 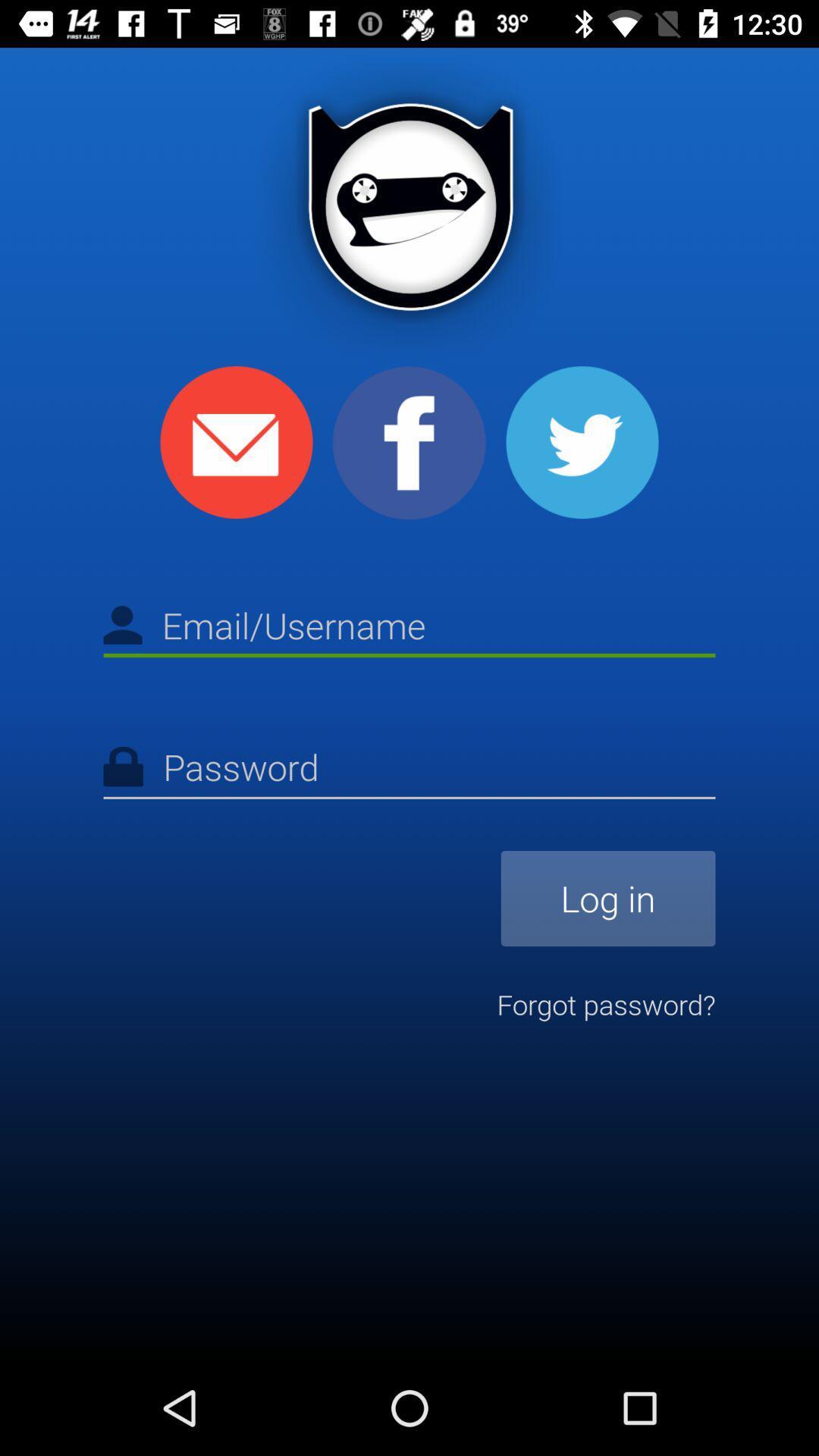 I want to click on the icon at the top right corner, so click(x=581, y=441).